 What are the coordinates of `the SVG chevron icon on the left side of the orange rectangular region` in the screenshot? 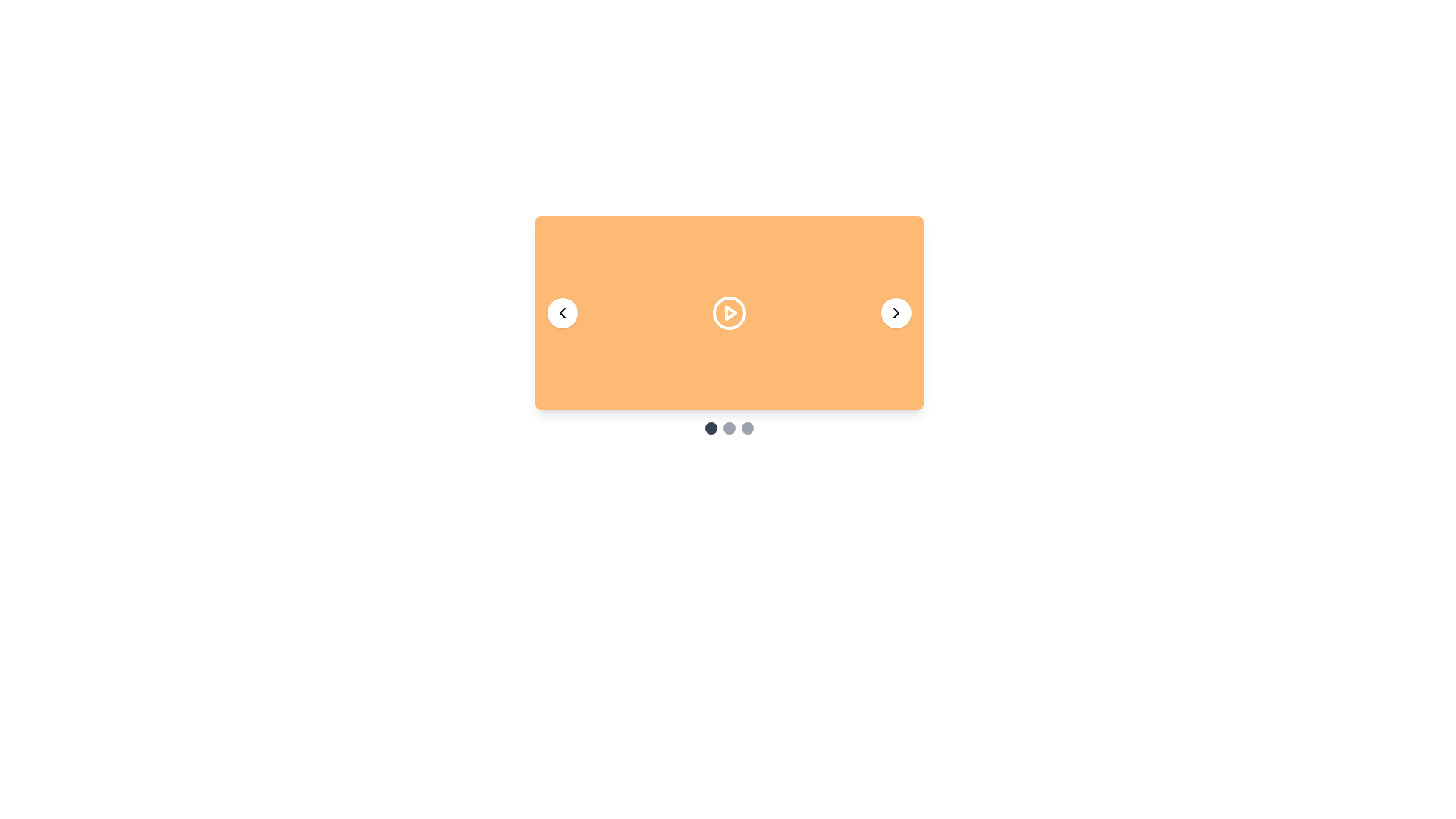 It's located at (562, 312).